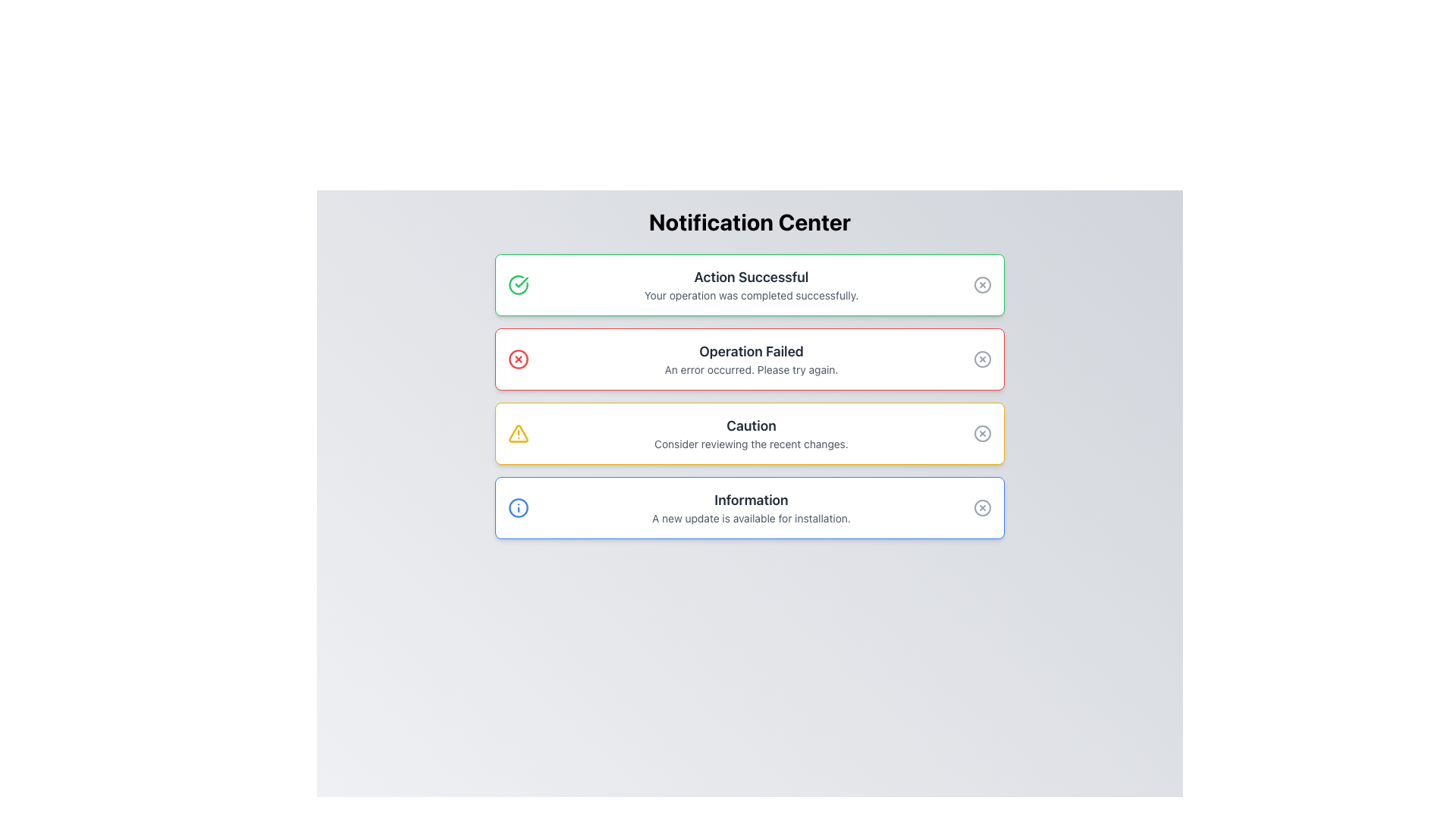 The image size is (1456, 819). Describe the element at coordinates (751, 444) in the screenshot. I see `informational text label located beneath the 'Caution' header in the caution notification area, which provides context or instructions` at that location.